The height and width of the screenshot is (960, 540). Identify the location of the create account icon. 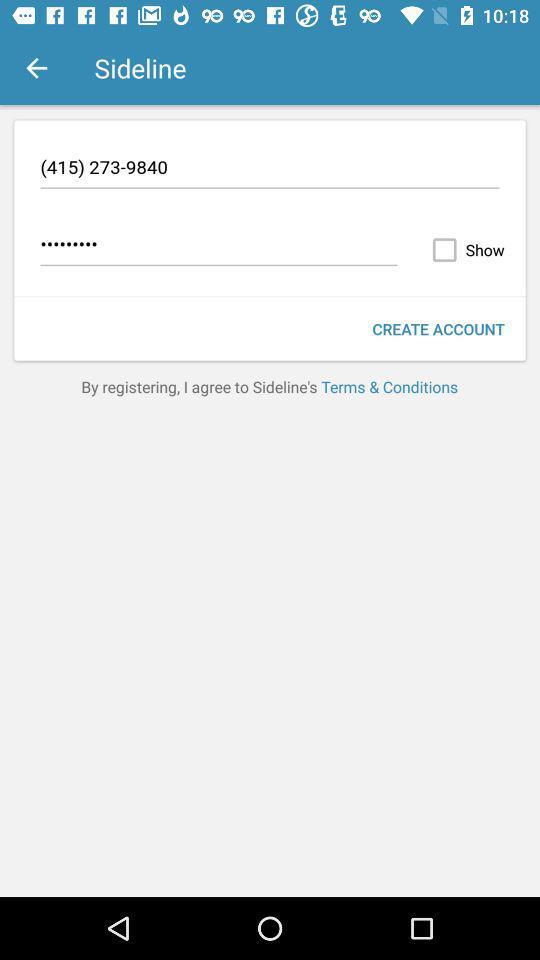
(437, 329).